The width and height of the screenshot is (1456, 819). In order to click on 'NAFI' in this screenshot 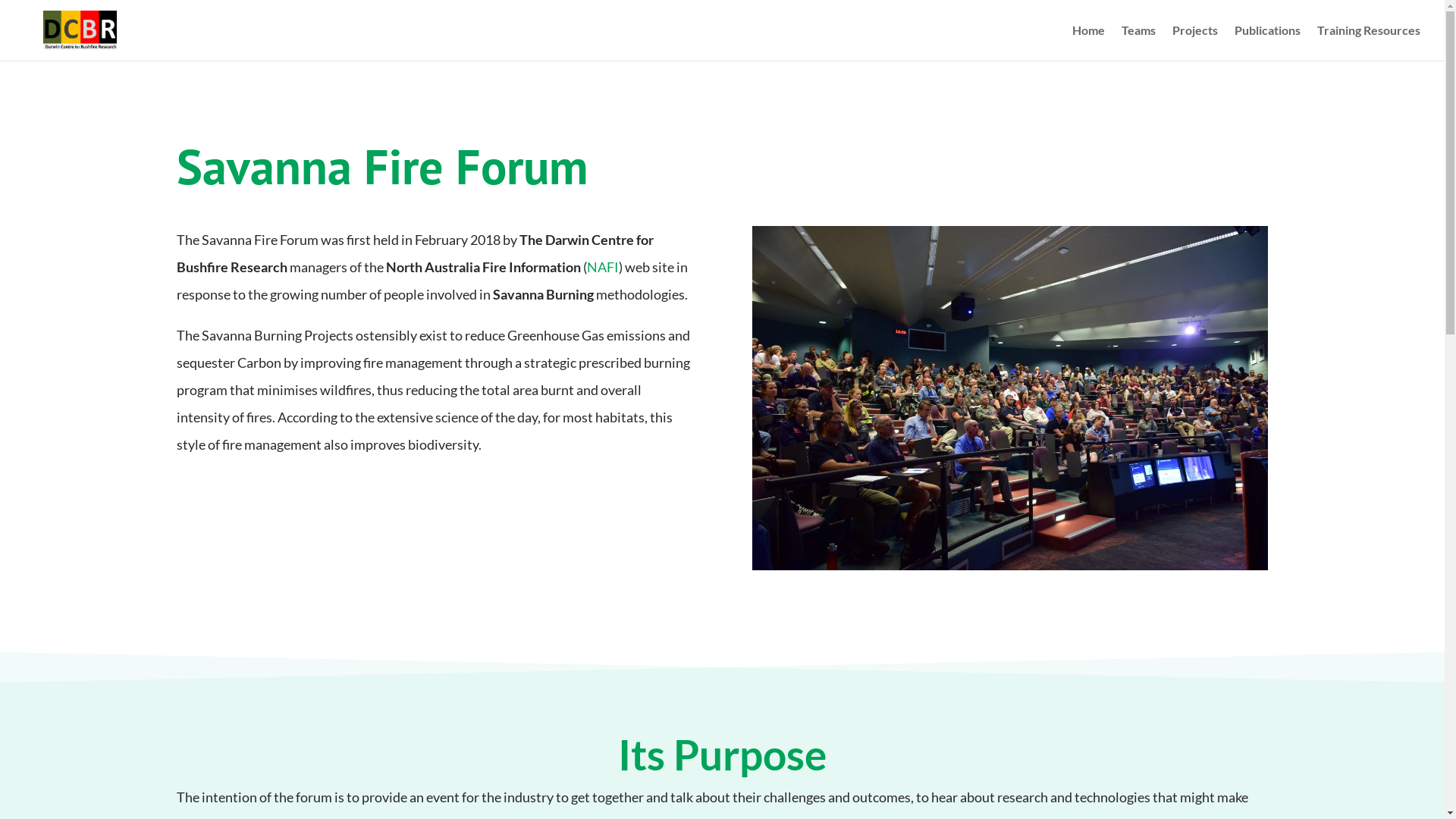, I will do `click(585, 265)`.